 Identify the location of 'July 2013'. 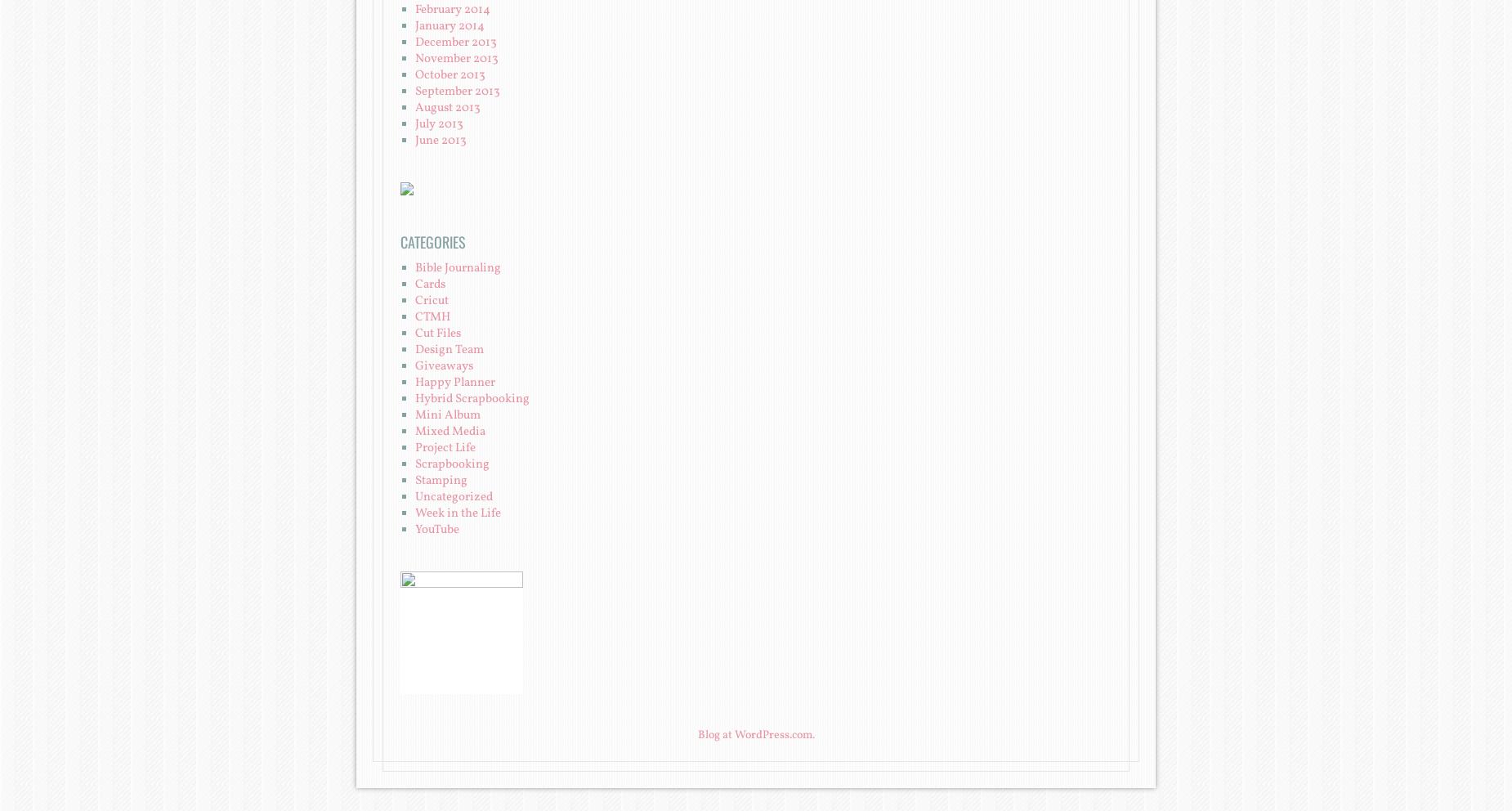
(415, 123).